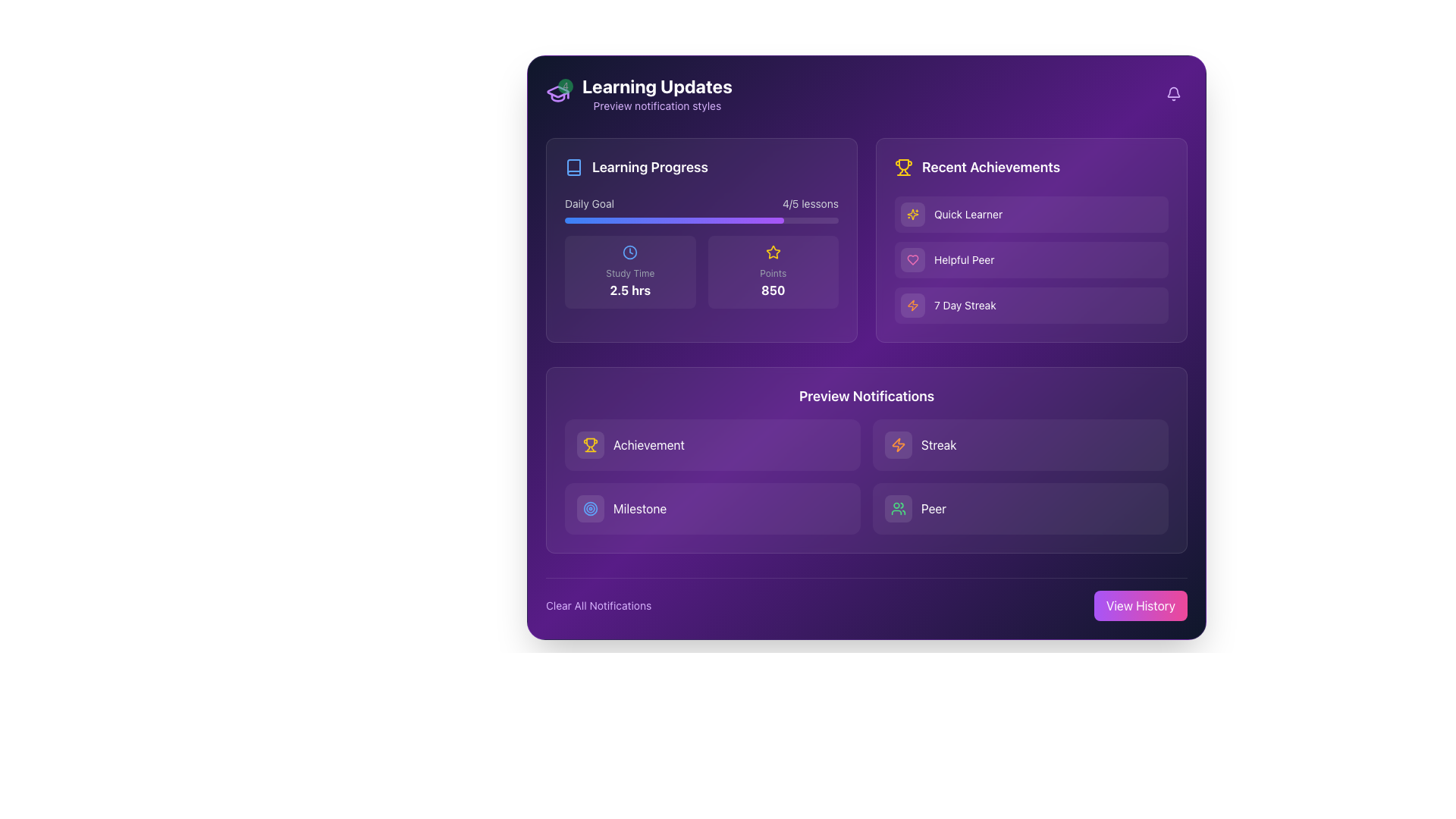 The image size is (1456, 819). What do you see at coordinates (903, 167) in the screenshot?
I see `the trophy icon representing the 'Recent Achievements' section, located at the top right of the interface, to provide a visual cue about the section's nature` at bounding box center [903, 167].